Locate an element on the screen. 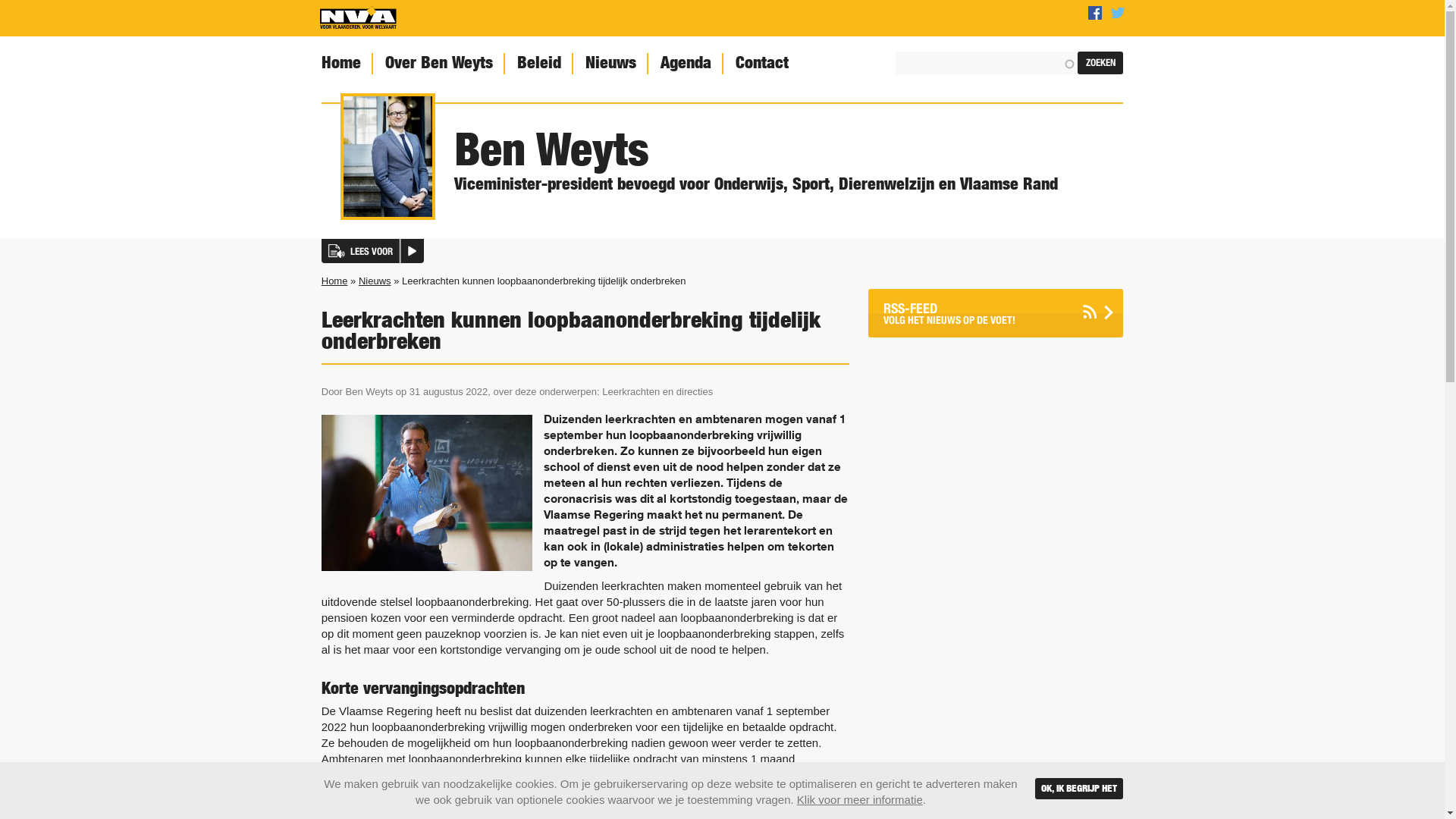 The height and width of the screenshot is (819, 1456). 'LEES VOOR' is located at coordinates (372, 249).